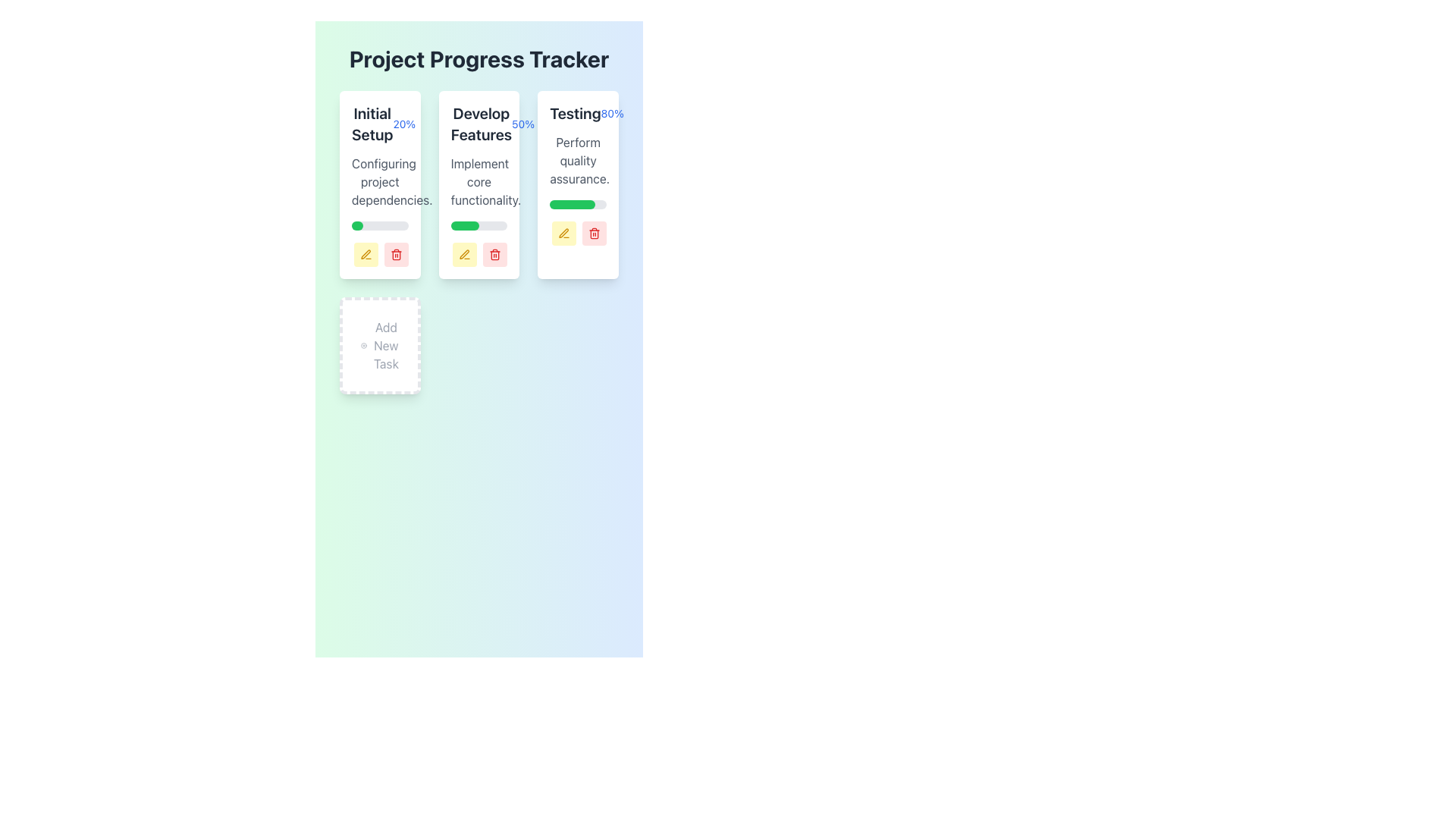  I want to click on text from the bold 'Initial Setup' label located at the top-left of the first task card in the main progress tracker layout, so click(372, 124).